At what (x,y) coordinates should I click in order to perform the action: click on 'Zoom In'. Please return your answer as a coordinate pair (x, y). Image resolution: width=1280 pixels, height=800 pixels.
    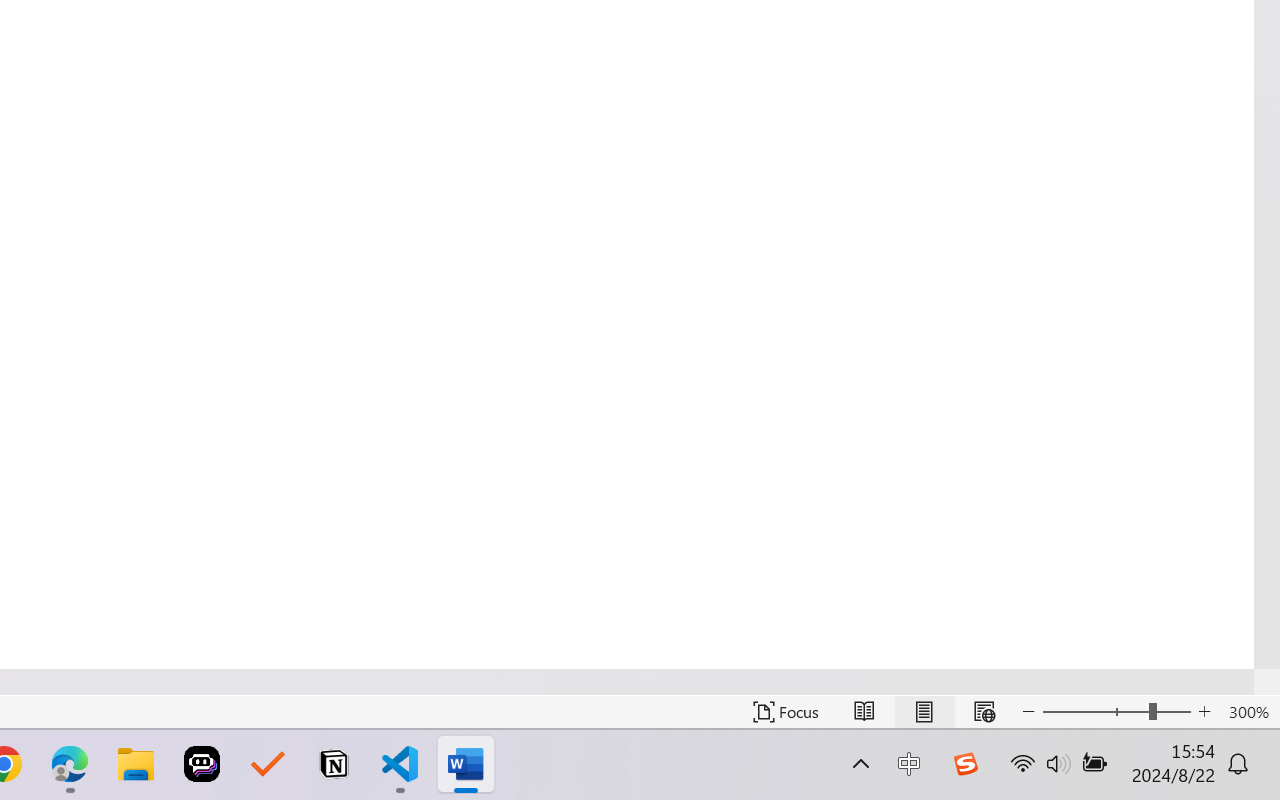
    Looking at the image, I should click on (1204, 711).